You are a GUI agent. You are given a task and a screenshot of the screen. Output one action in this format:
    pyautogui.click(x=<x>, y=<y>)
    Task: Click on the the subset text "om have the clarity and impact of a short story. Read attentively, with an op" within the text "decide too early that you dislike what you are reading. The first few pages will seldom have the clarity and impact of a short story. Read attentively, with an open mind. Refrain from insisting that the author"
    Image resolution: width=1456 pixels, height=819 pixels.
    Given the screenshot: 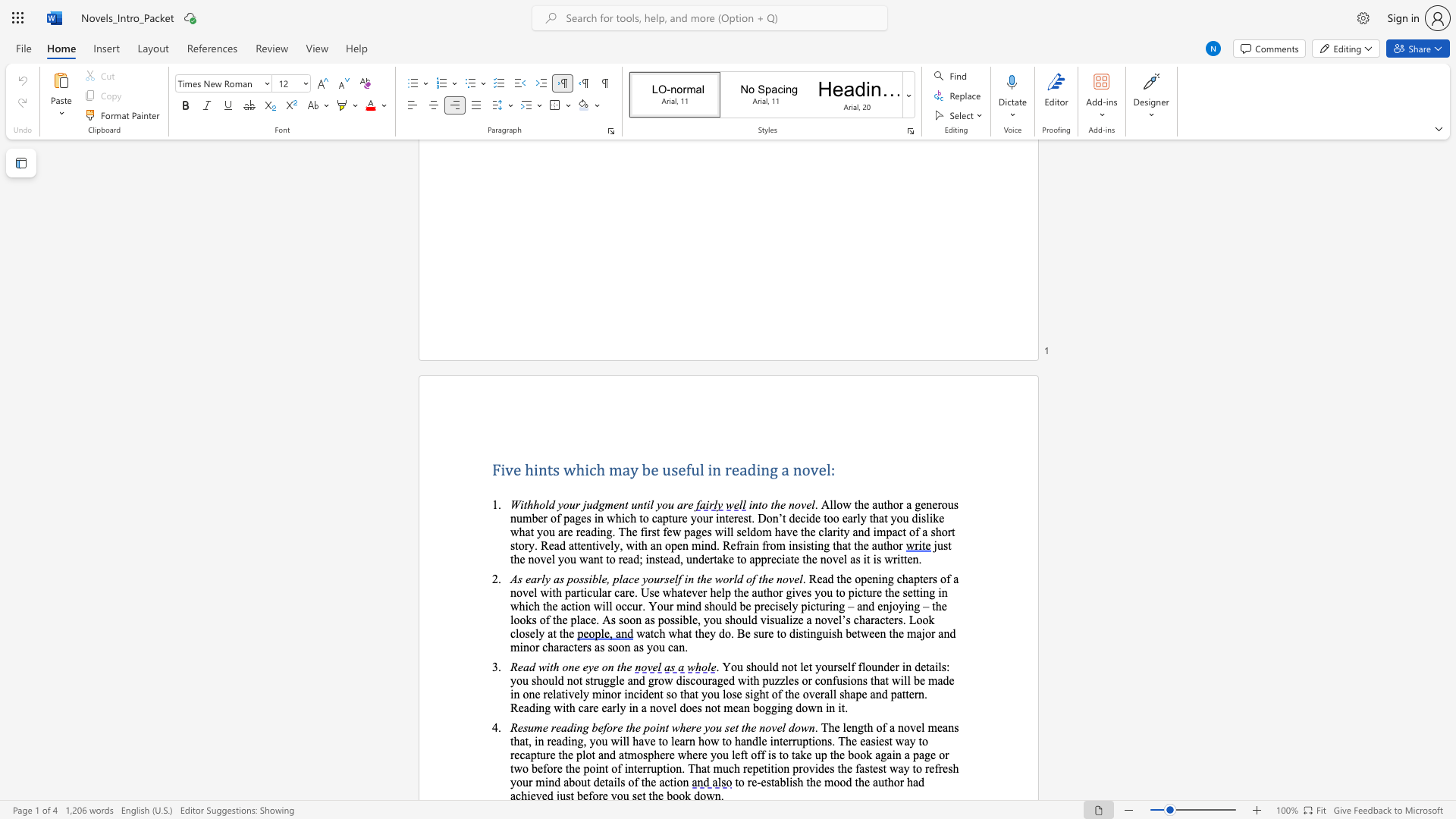 What is the action you would take?
    pyautogui.click(x=756, y=531)
    